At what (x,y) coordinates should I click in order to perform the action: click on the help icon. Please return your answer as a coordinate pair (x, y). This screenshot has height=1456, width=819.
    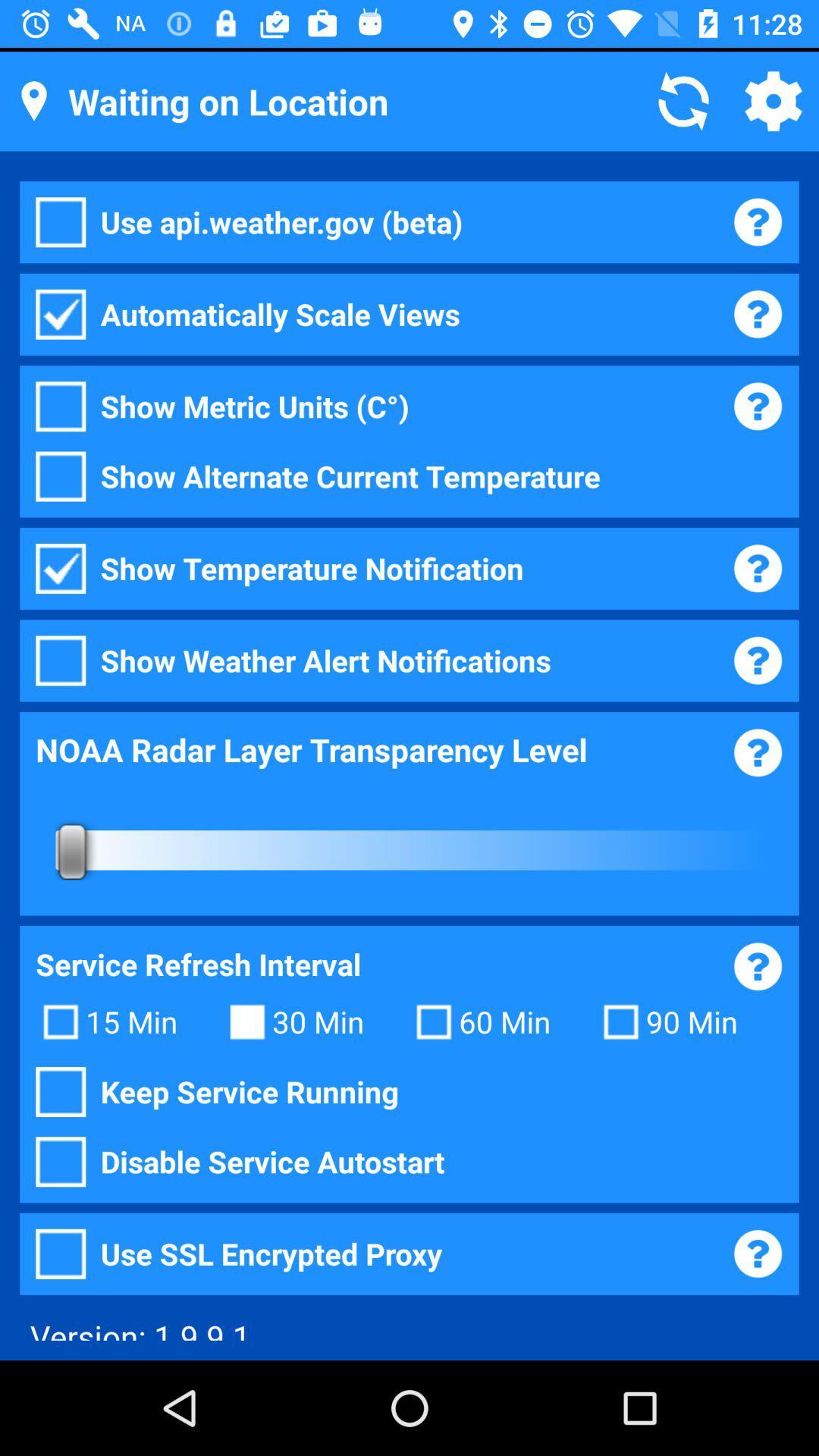
    Looking at the image, I should click on (758, 313).